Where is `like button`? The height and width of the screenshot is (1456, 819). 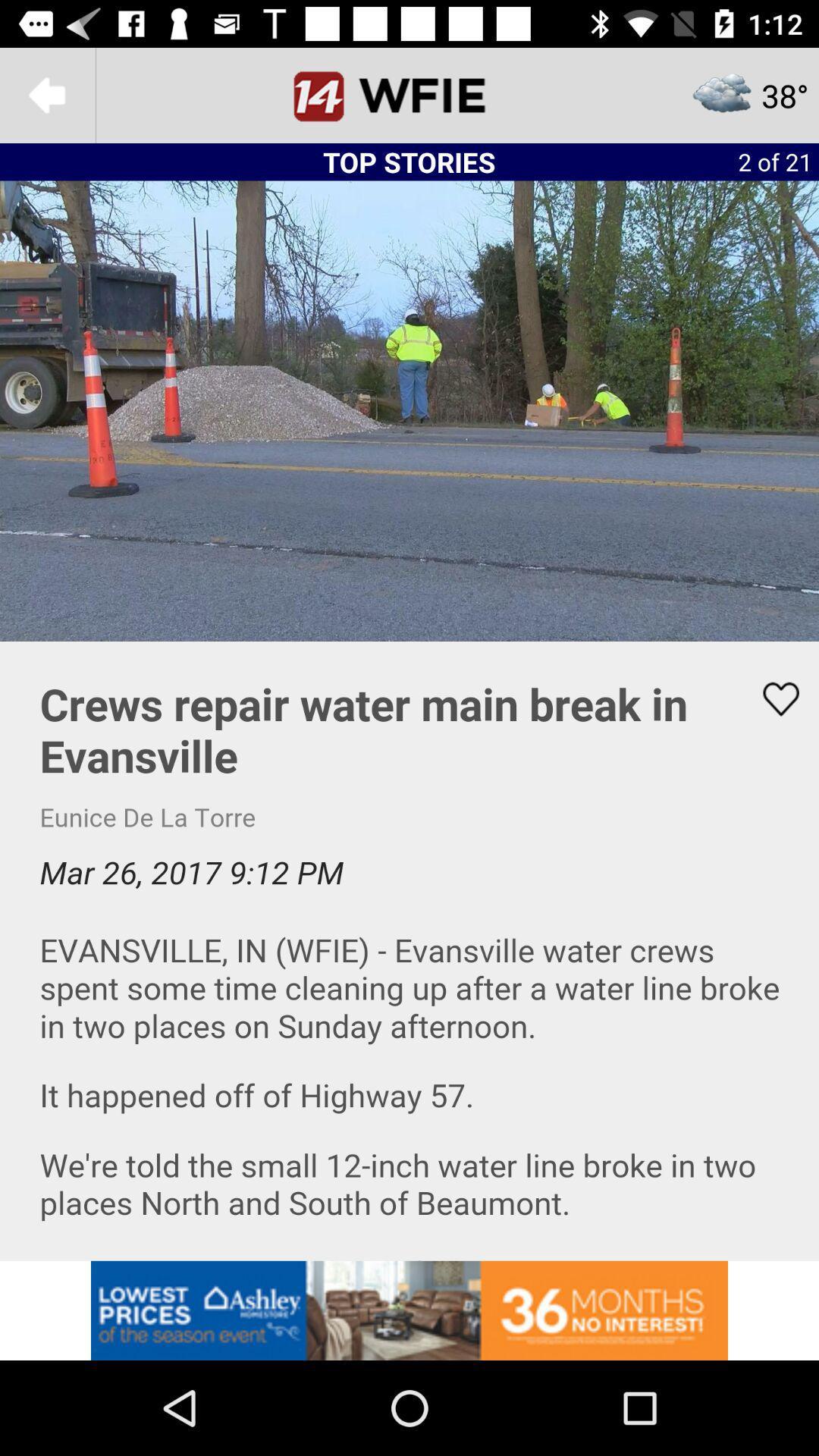
like button is located at coordinates (771, 698).